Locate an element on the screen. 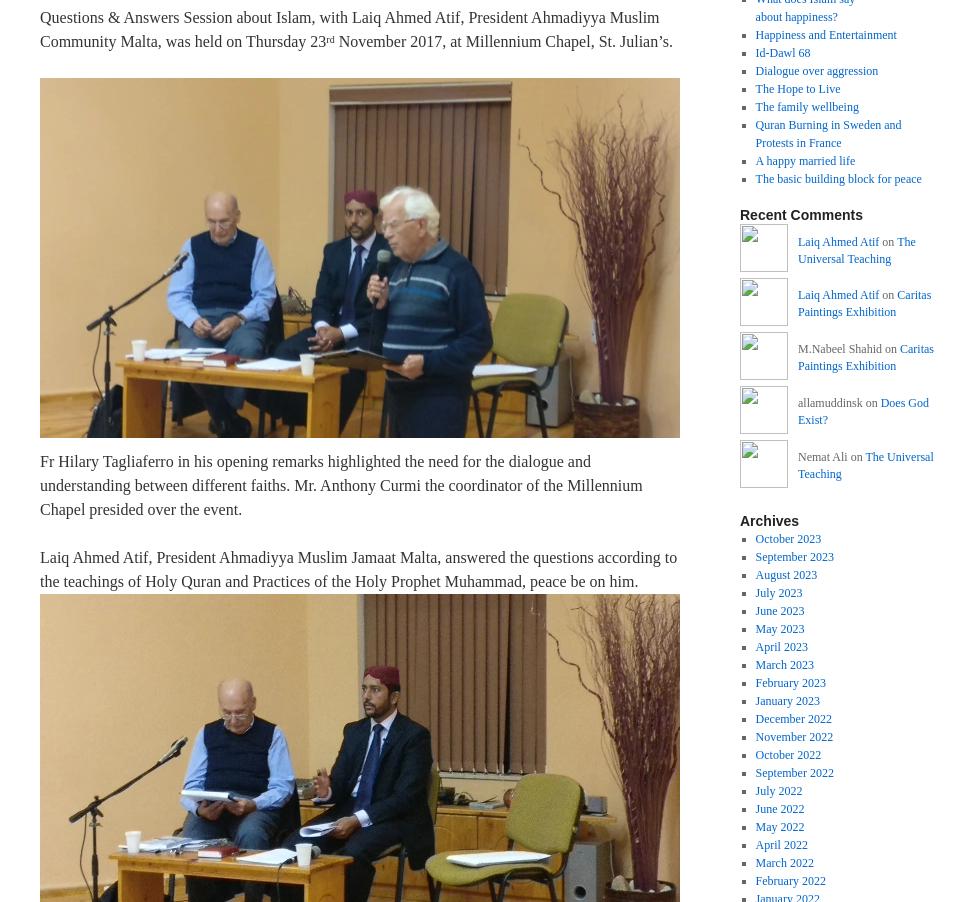 Image resolution: width=980 pixels, height=902 pixels. 'July 2023' is located at coordinates (778, 591).